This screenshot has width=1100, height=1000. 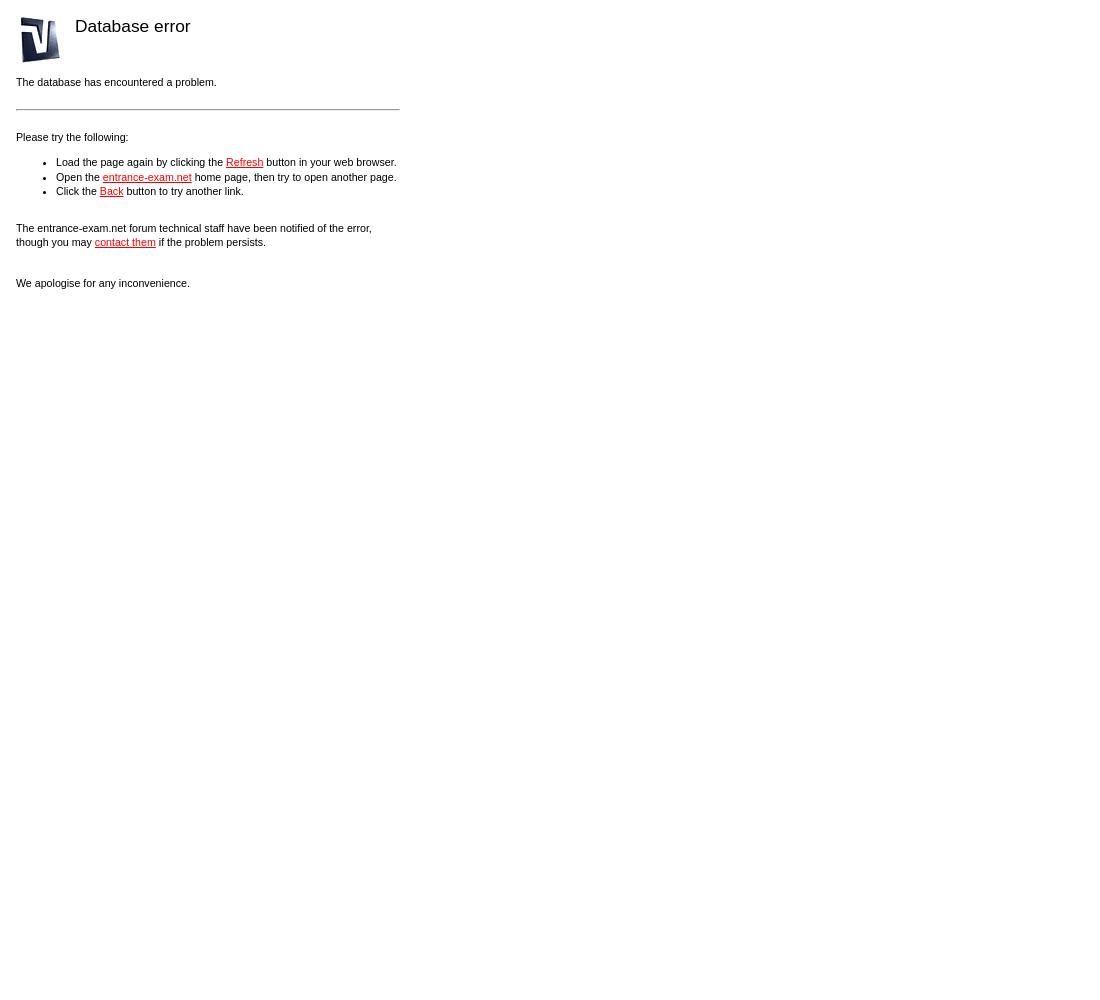 I want to click on 'Load the page again by clicking the', so click(x=140, y=161).